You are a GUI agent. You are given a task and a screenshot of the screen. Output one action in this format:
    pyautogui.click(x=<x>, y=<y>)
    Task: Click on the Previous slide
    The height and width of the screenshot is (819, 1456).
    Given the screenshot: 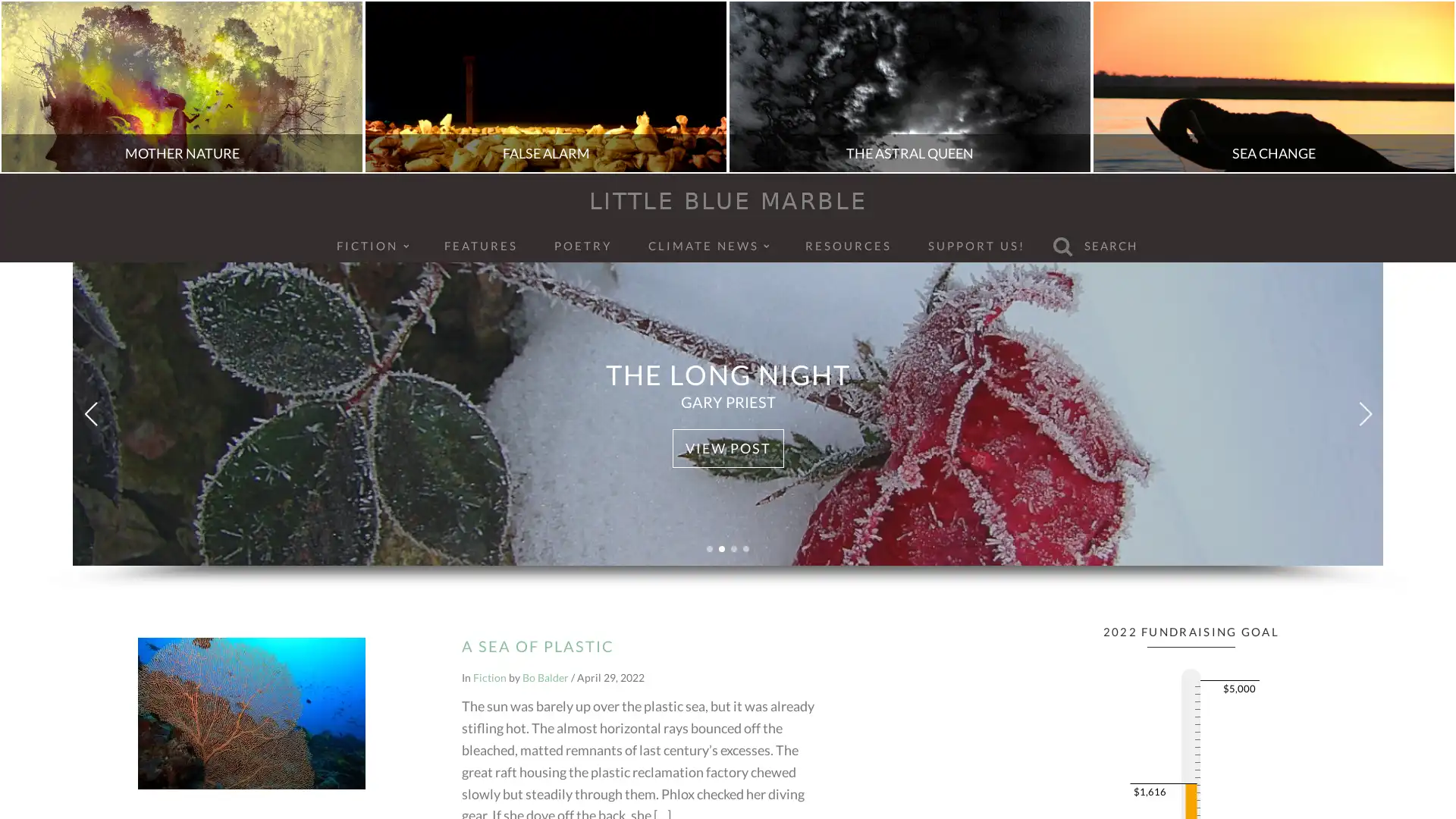 What is the action you would take?
    pyautogui.click(x=89, y=414)
    